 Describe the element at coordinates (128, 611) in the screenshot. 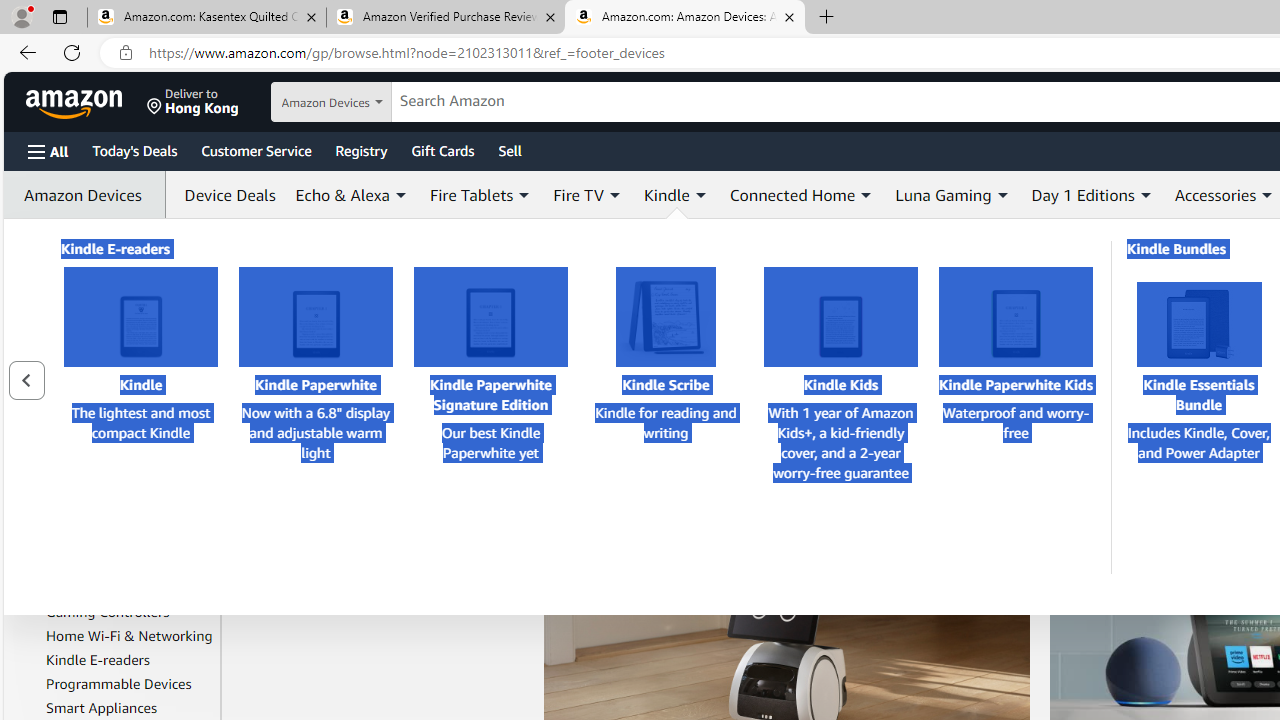

I see `'Gaming Controllers'` at that location.